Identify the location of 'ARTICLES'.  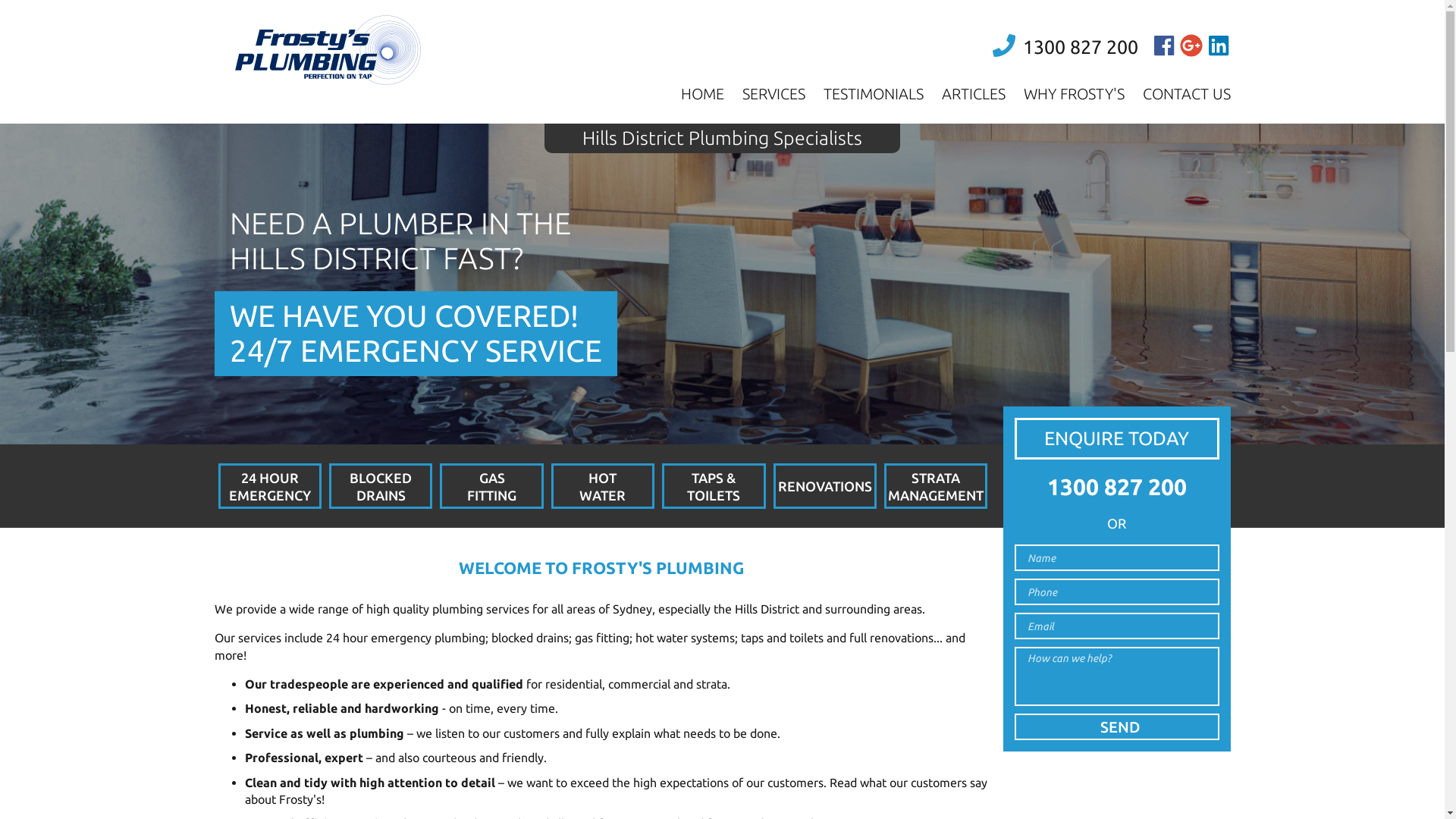
(973, 93).